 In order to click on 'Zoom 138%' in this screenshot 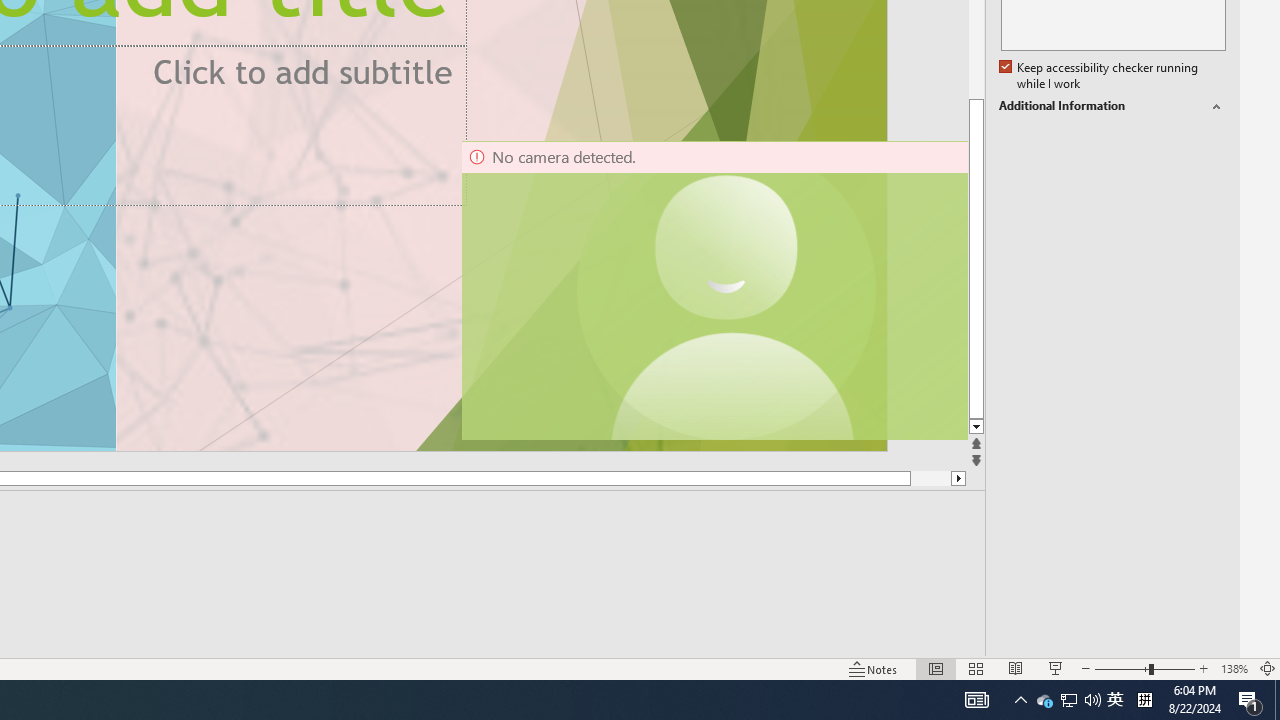, I will do `click(1233, 669)`.